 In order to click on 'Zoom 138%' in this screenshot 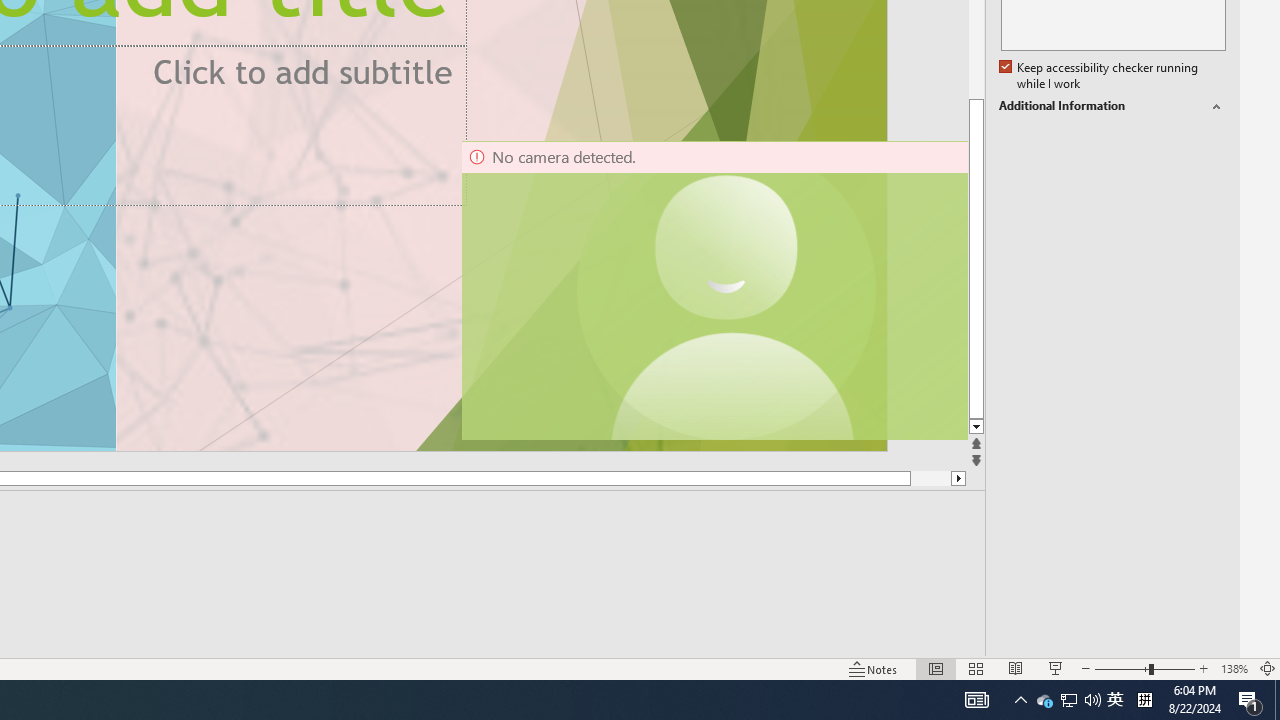, I will do `click(1233, 669)`.